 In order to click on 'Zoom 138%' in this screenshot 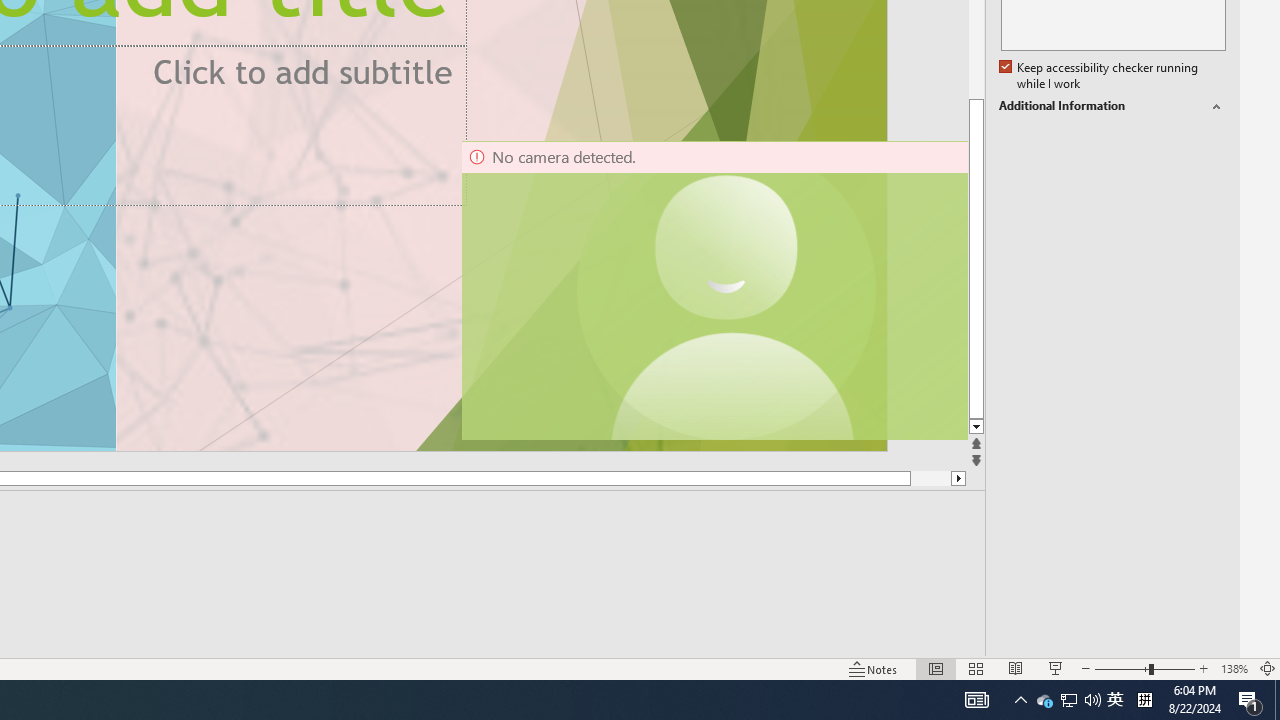, I will do `click(1233, 669)`.